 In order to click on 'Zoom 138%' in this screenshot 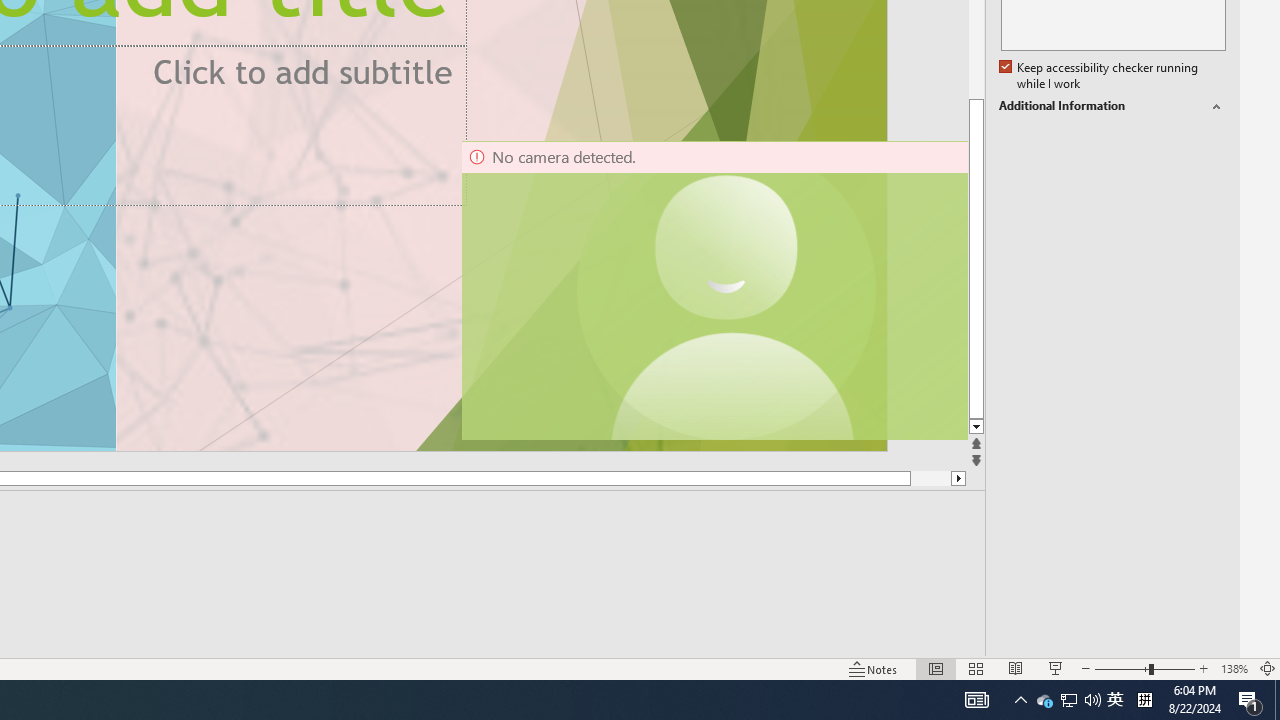, I will do `click(1233, 669)`.